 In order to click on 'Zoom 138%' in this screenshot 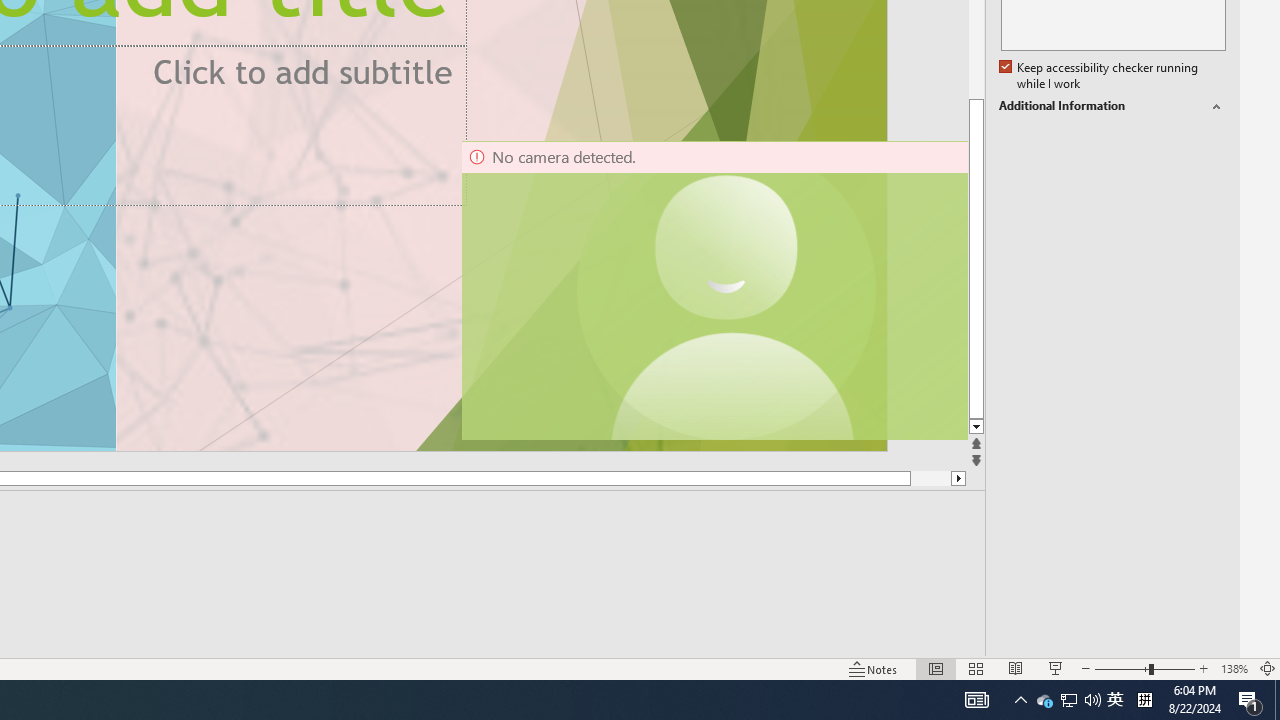, I will do `click(1233, 669)`.